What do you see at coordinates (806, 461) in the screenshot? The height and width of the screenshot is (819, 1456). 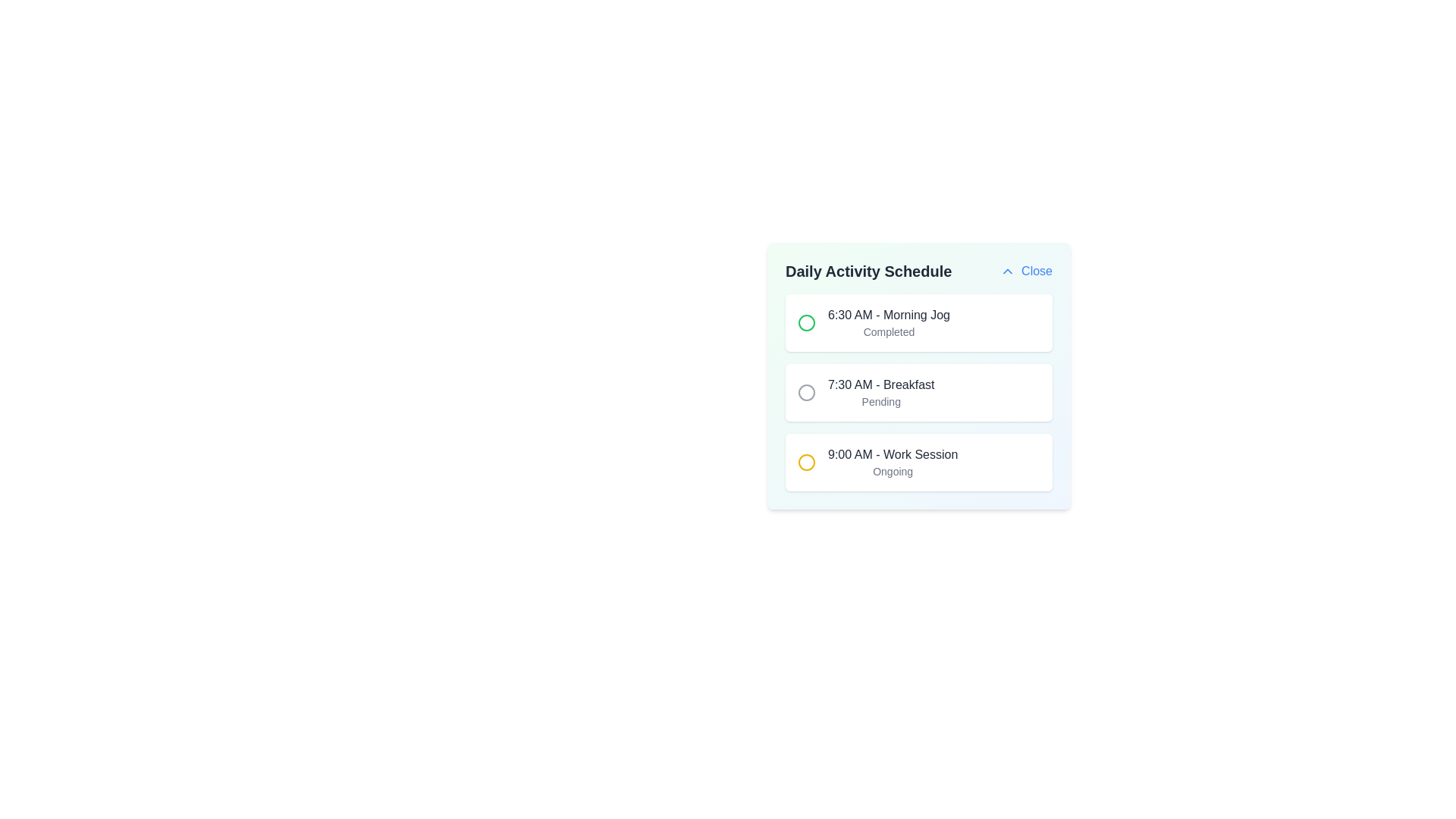 I see `the SVG circle graphic that indicates the current status of the '9:00 AM - Work Session' in the daily activities list` at bounding box center [806, 461].